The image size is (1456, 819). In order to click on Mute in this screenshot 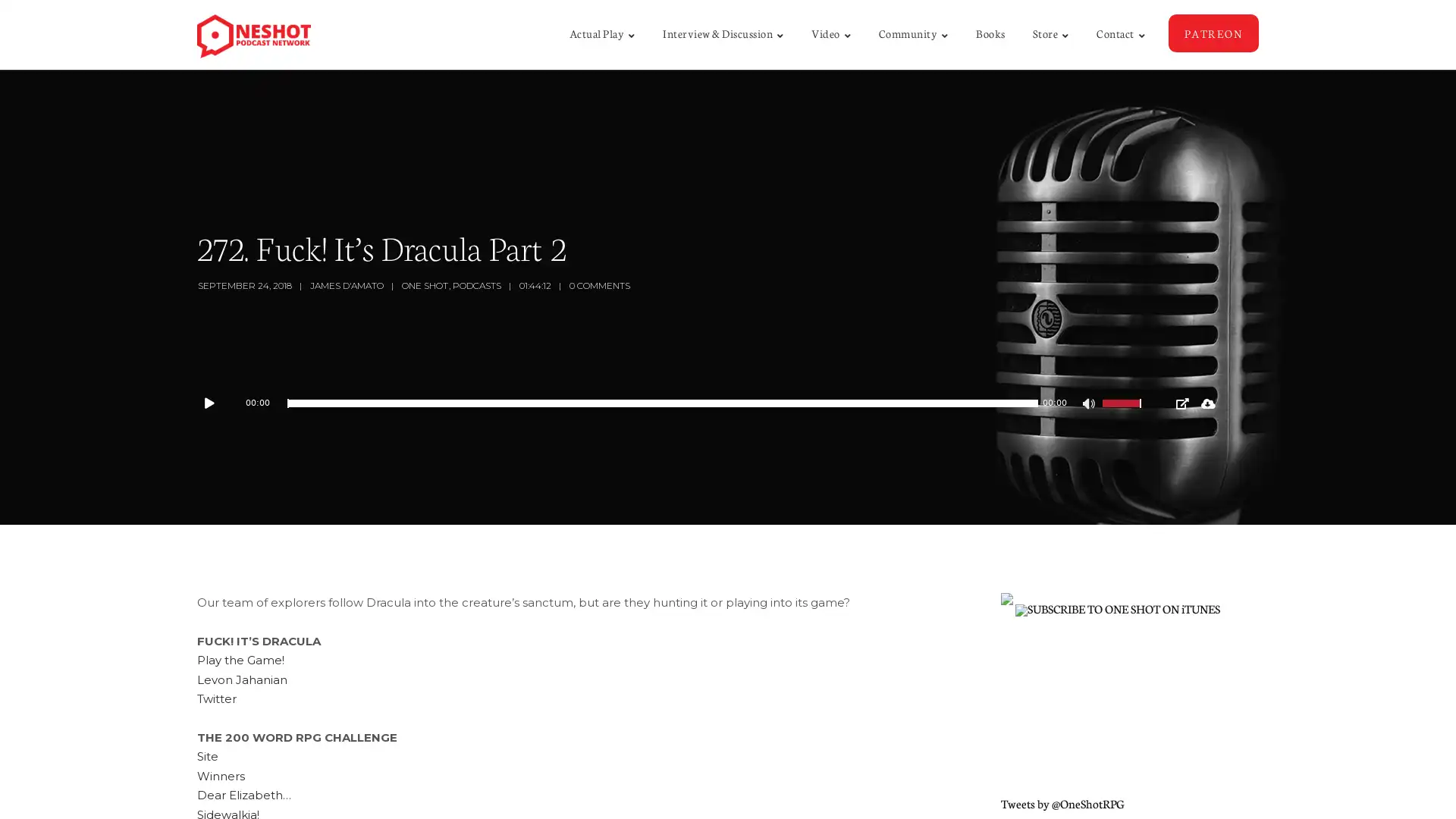, I will do `click(1090, 405)`.